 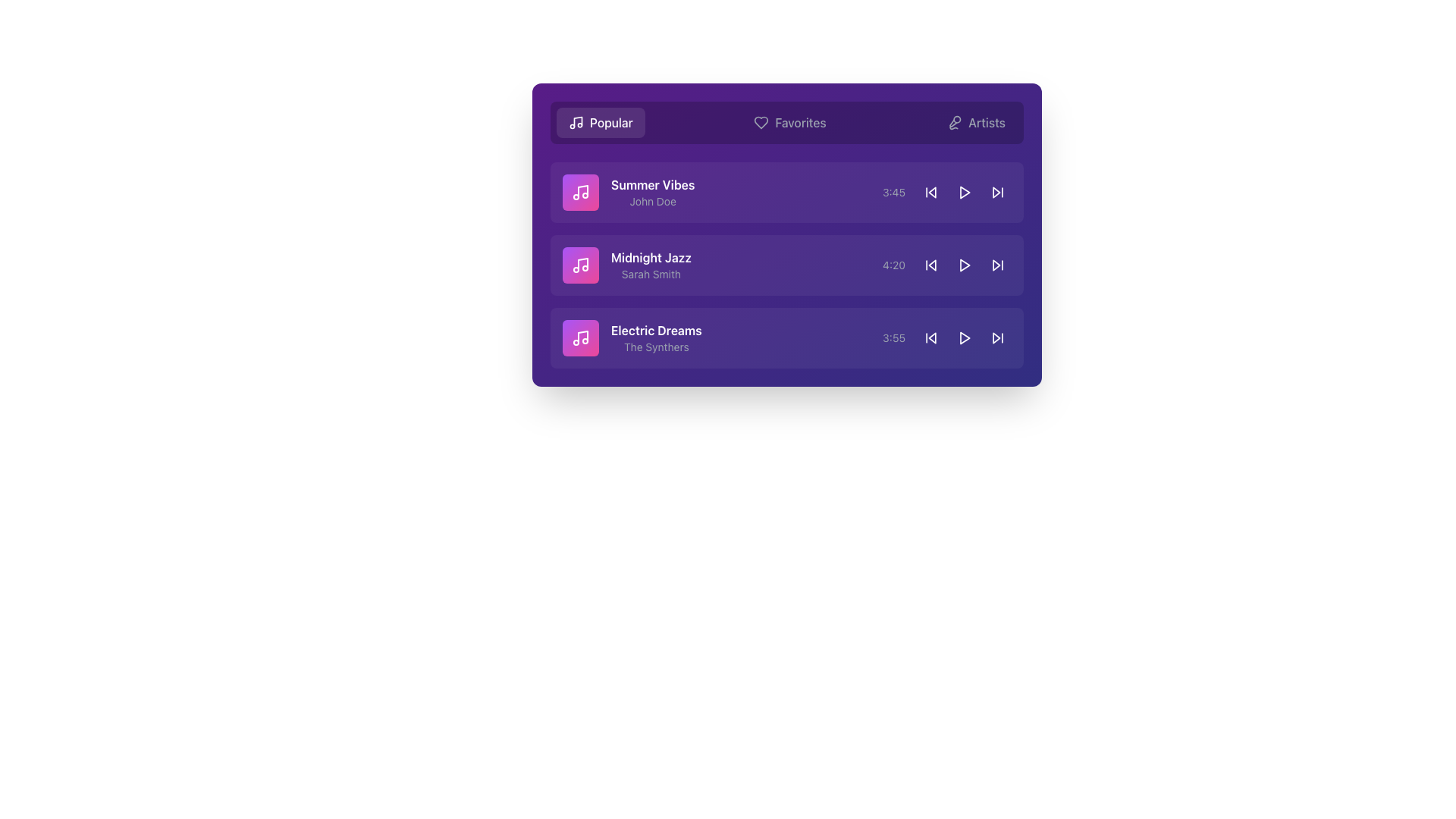 What do you see at coordinates (964, 337) in the screenshot?
I see `the triangular play icon button located in the bottom row of multimedia controls for the 'Electric Dreams' track, positioned between the rewind and fast-forward buttons` at bounding box center [964, 337].